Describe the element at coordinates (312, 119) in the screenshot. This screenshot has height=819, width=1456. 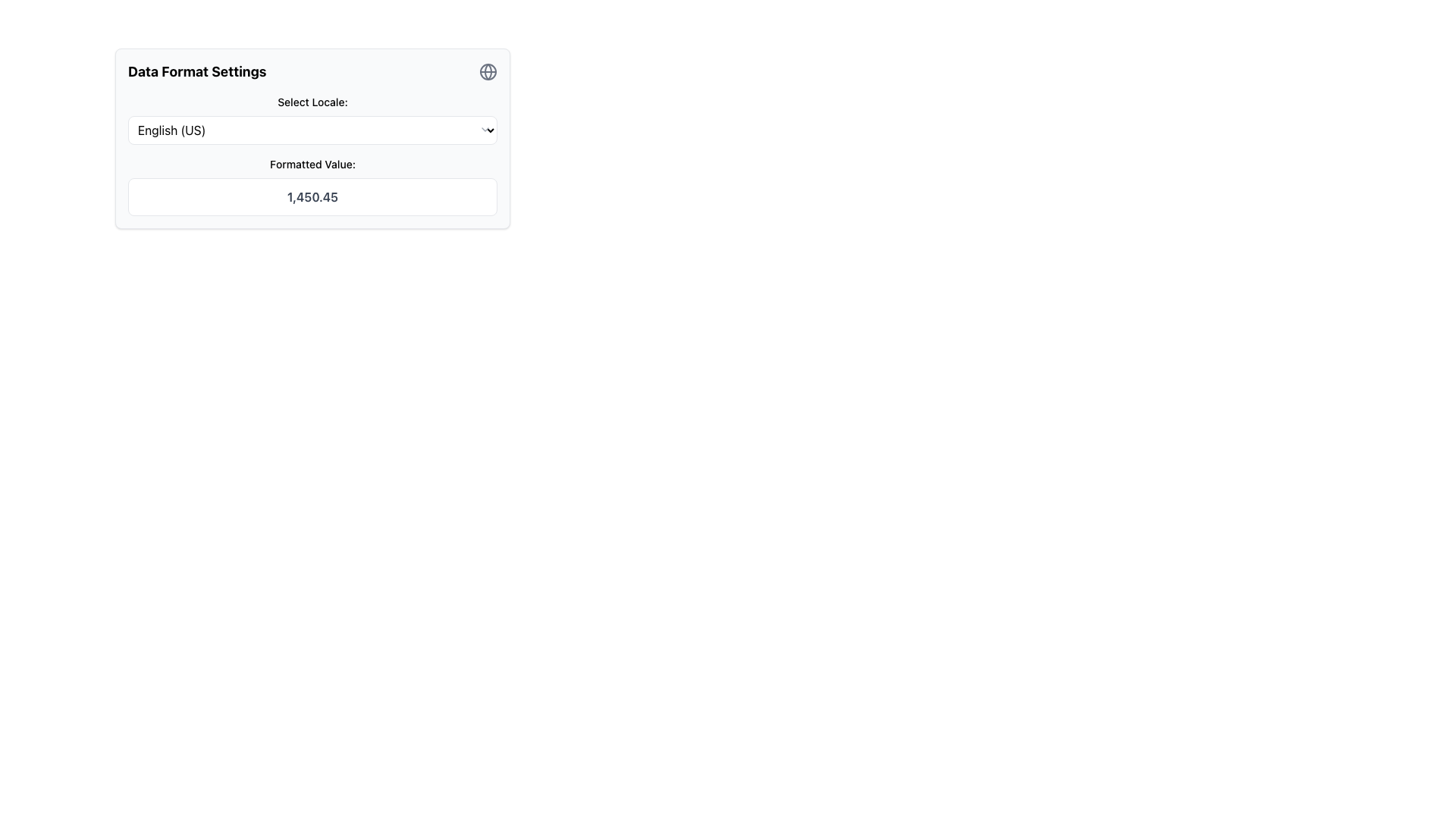
I see `the Dropdown Menu located centrally within the 'Data Format Settings' card` at that location.